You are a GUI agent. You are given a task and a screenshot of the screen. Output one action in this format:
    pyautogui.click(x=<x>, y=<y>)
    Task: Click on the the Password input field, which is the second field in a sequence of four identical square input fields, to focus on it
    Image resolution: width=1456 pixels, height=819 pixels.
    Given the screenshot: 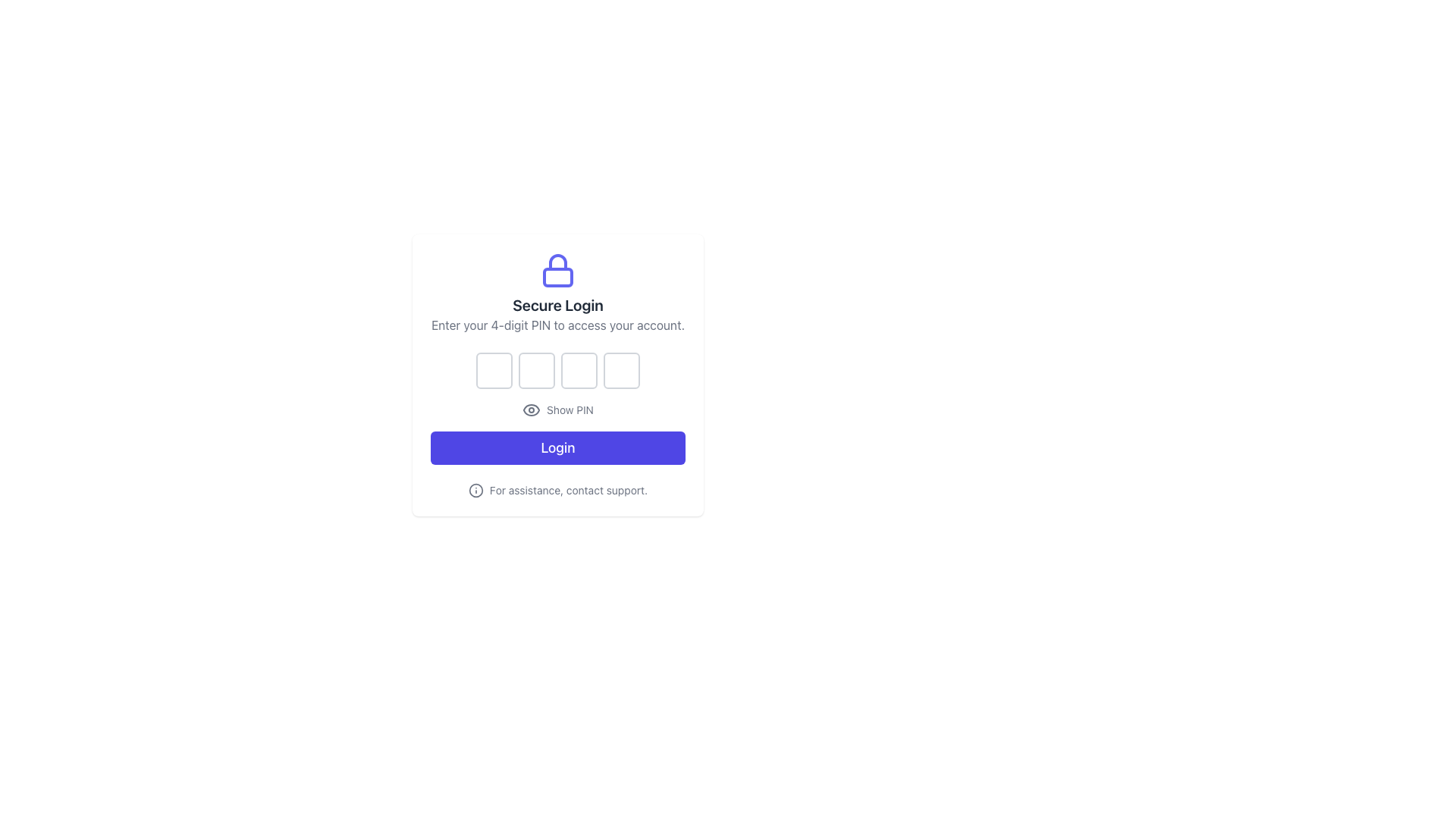 What is the action you would take?
    pyautogui.click(x=537, y=371)
    